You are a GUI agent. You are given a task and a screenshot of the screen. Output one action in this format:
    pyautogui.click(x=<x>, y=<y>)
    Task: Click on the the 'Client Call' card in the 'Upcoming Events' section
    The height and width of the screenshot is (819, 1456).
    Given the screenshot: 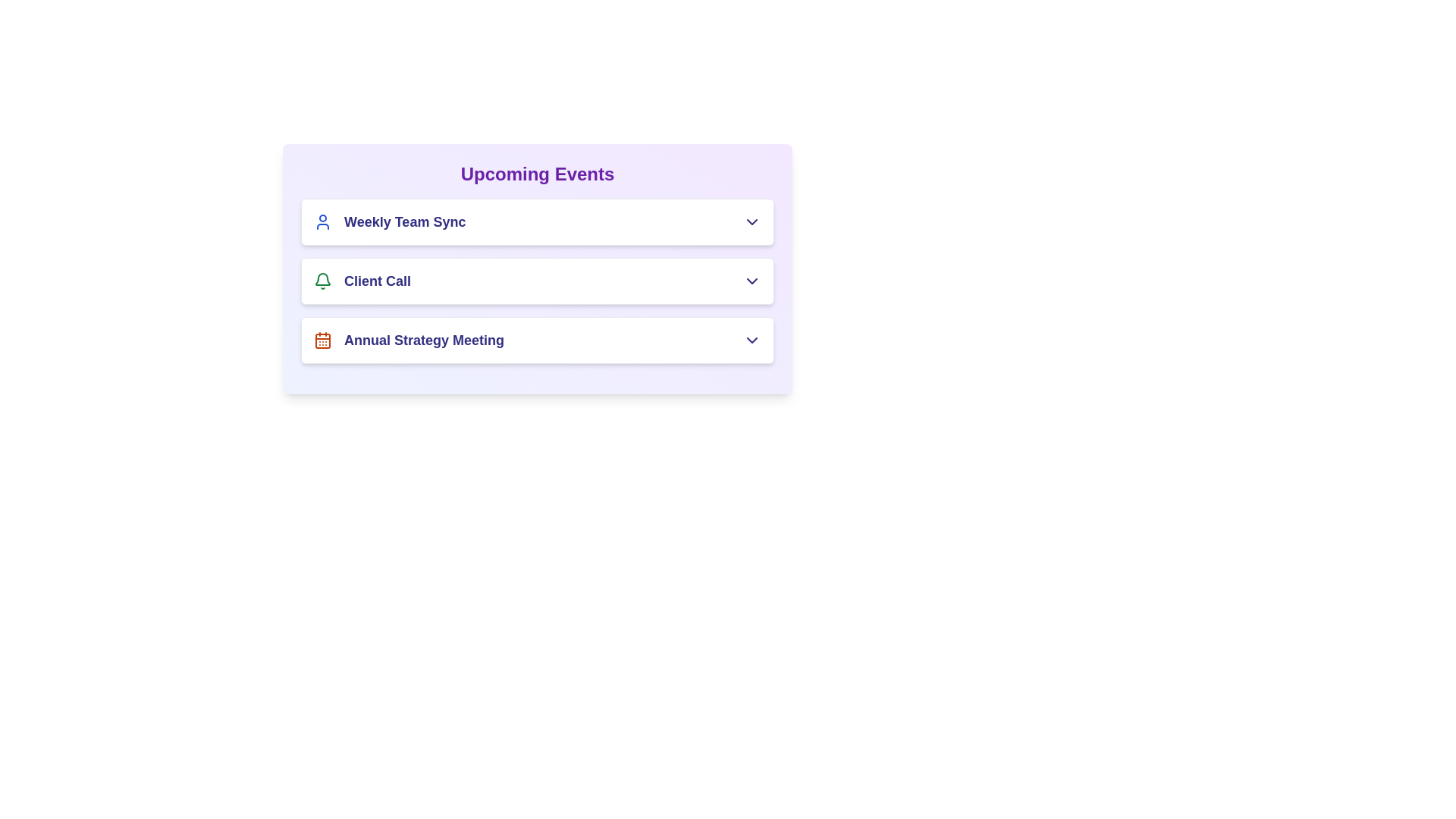 What is the action you would take?
    pyautogui.click(x=538, y=281)
    